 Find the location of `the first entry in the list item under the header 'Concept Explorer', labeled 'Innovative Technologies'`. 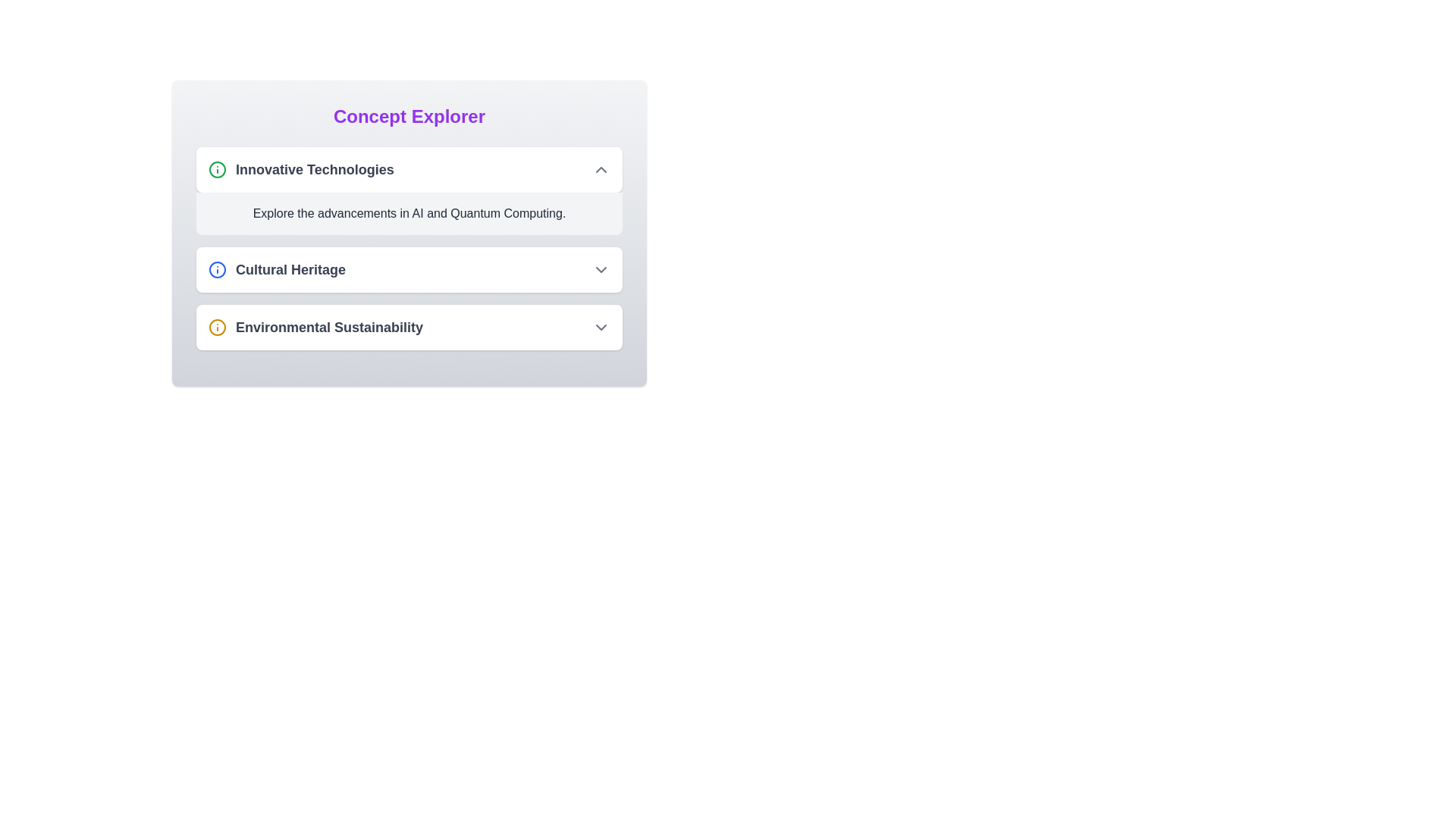

the first entry in the list item under the header 'Concept Explorer', labeled 'Innovative Technologies' is located at coordinates (301, 169).